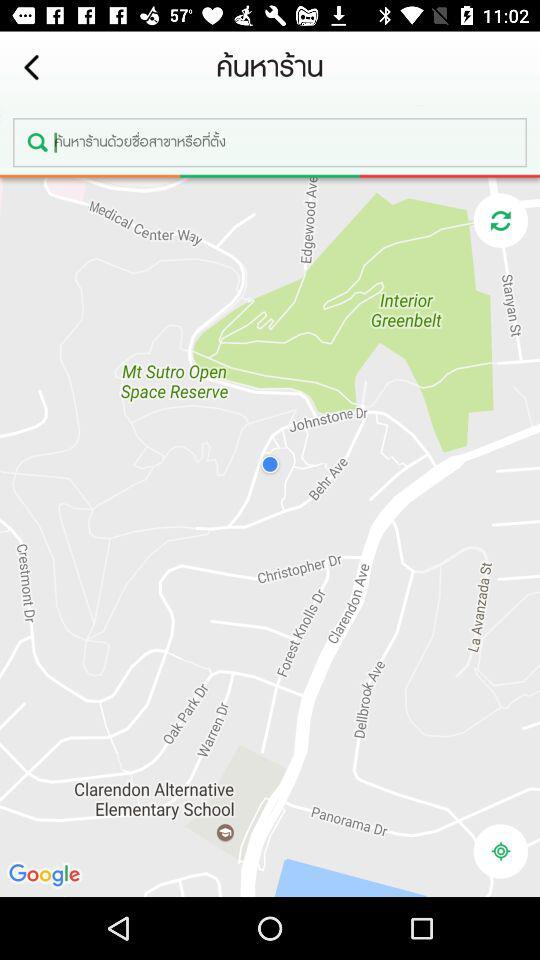  What do you see at coordinates (270, 141) in the screenshot?
I see `search` at bounding box center [270, 141].